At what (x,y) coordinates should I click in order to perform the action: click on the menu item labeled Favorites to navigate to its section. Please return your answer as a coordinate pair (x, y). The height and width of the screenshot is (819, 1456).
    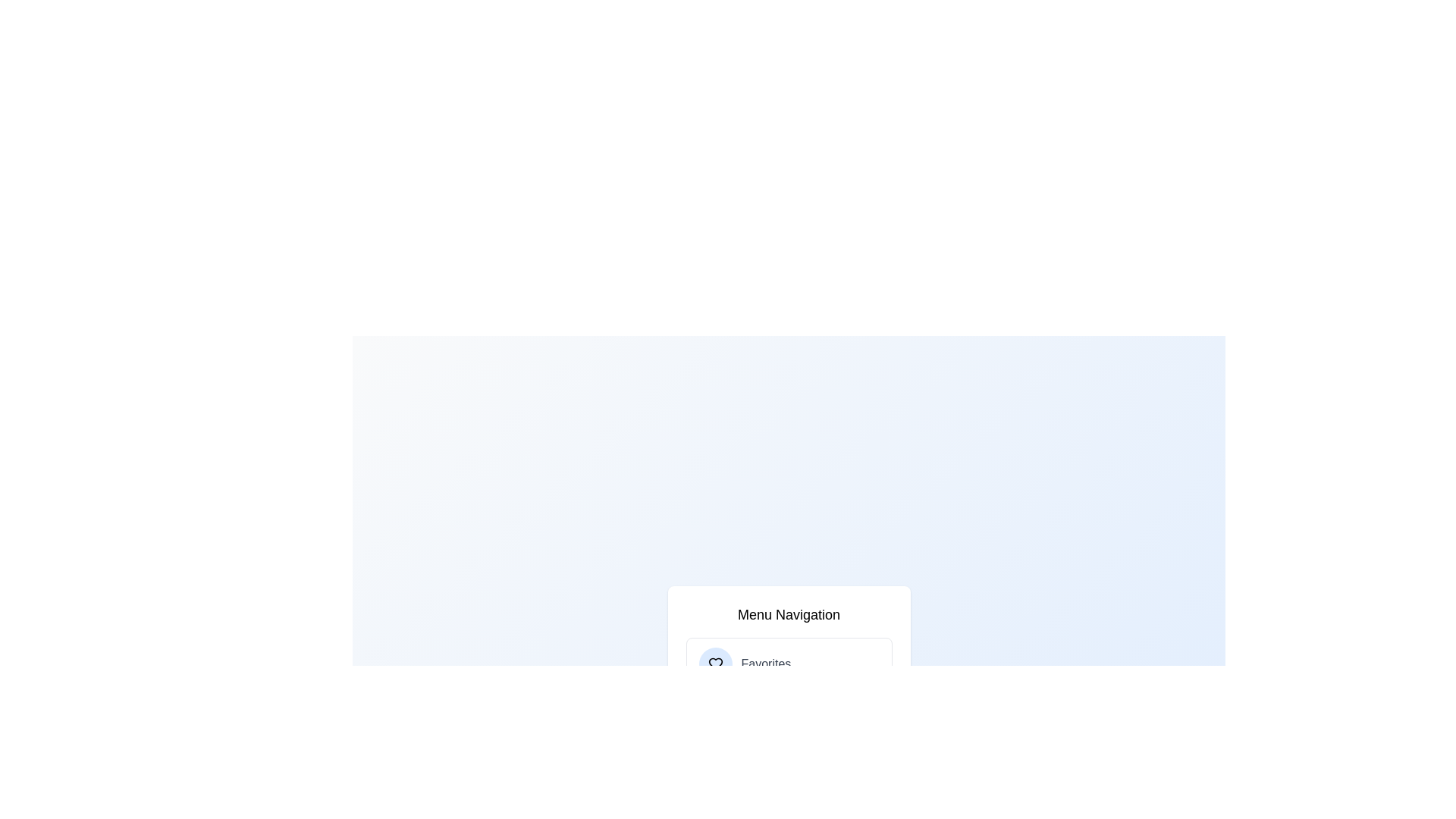
    Looking at the image, I should click on (789, 663).